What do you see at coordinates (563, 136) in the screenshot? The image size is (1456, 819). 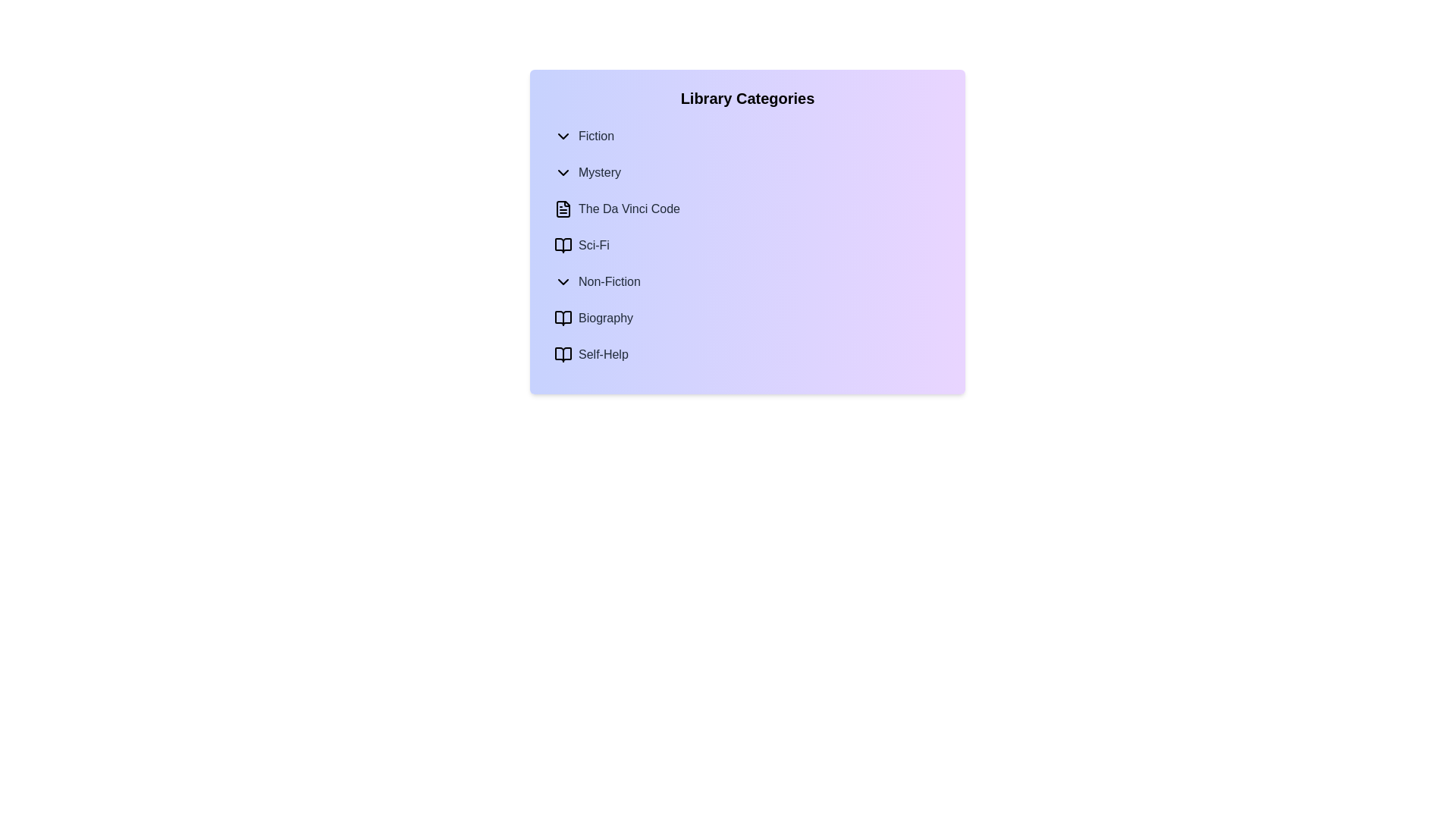 I see `the downward-pointing chevron icon next to the text label 'Fiction'` at bounding box center [563, 136].